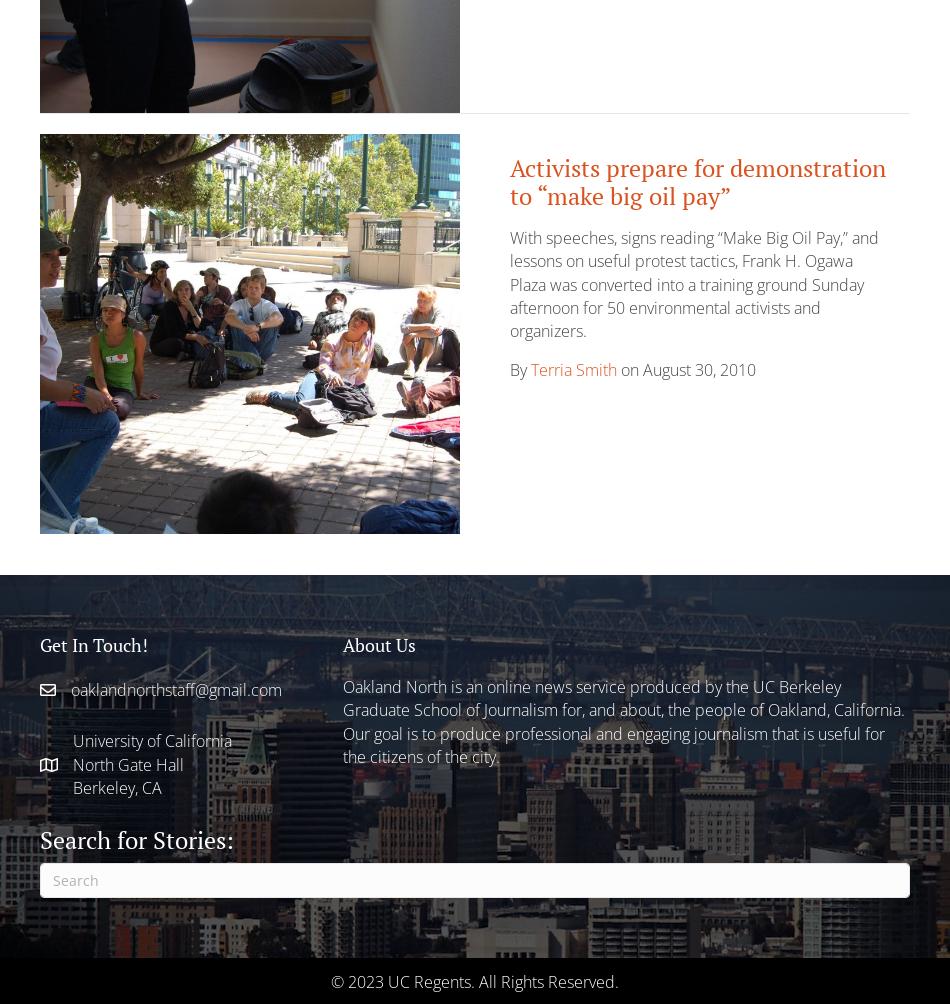 The width and height of the screenshot is (950, 1004). What do you see at coordinates (39, 840) in the screenshot?
I see `'Search for Stories:'` at bounding box center [39, 840].